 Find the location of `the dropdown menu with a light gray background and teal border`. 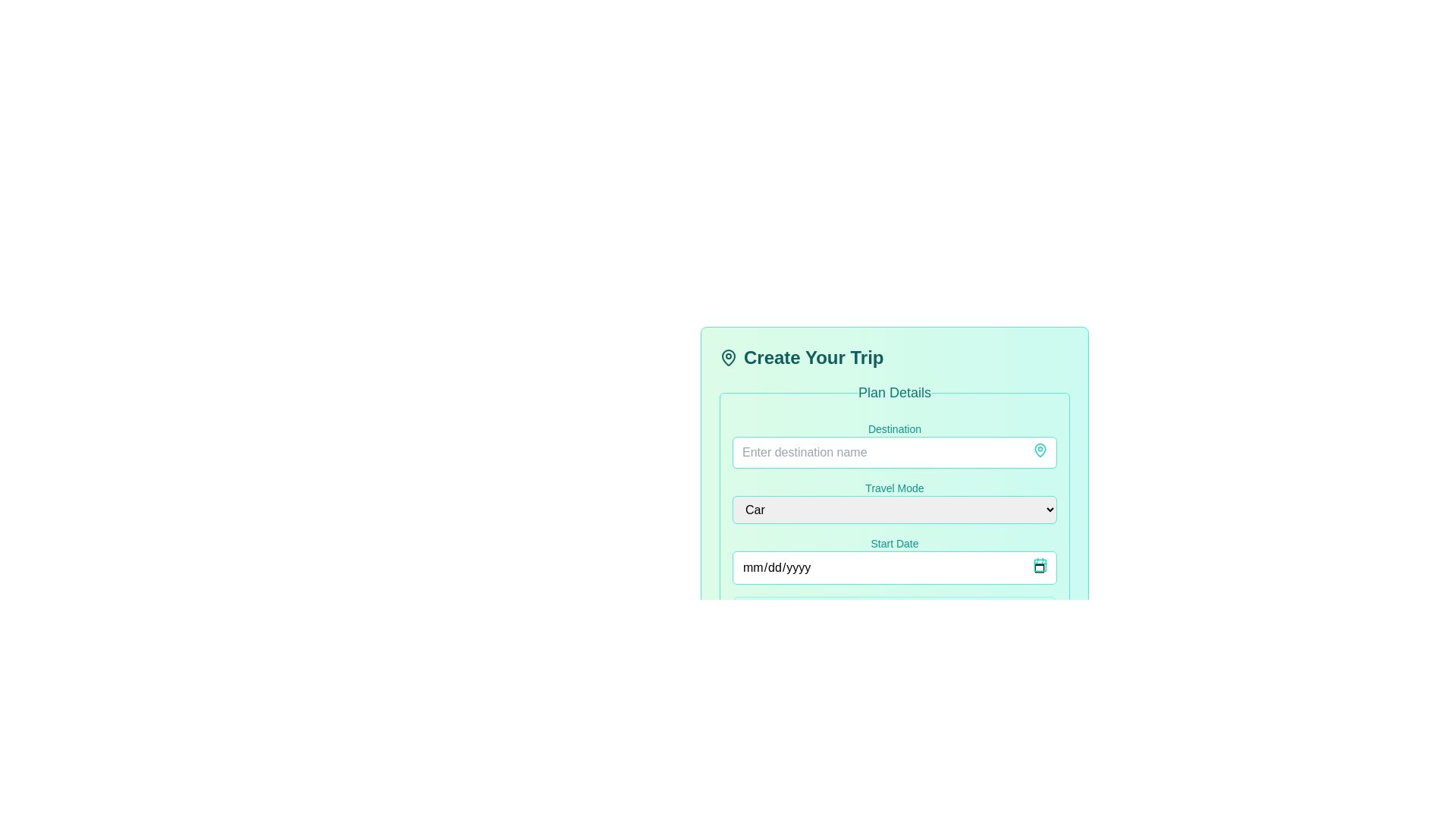

the dropdown menu with a light gray background and teal border is located at coordinates (895, 509).